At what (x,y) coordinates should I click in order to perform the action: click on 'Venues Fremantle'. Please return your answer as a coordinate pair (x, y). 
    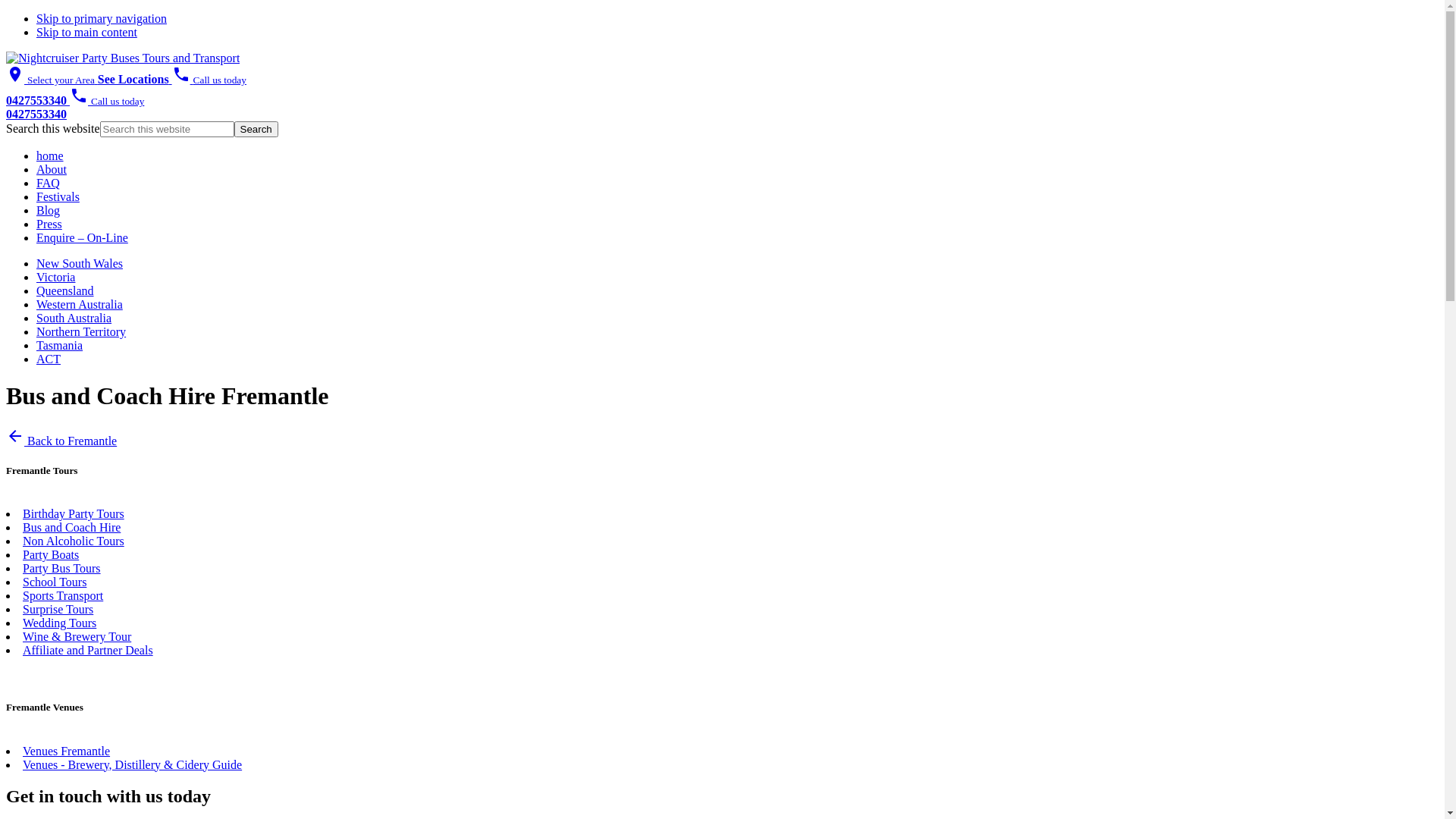
    Looking at the image, I should click on (65, 751).